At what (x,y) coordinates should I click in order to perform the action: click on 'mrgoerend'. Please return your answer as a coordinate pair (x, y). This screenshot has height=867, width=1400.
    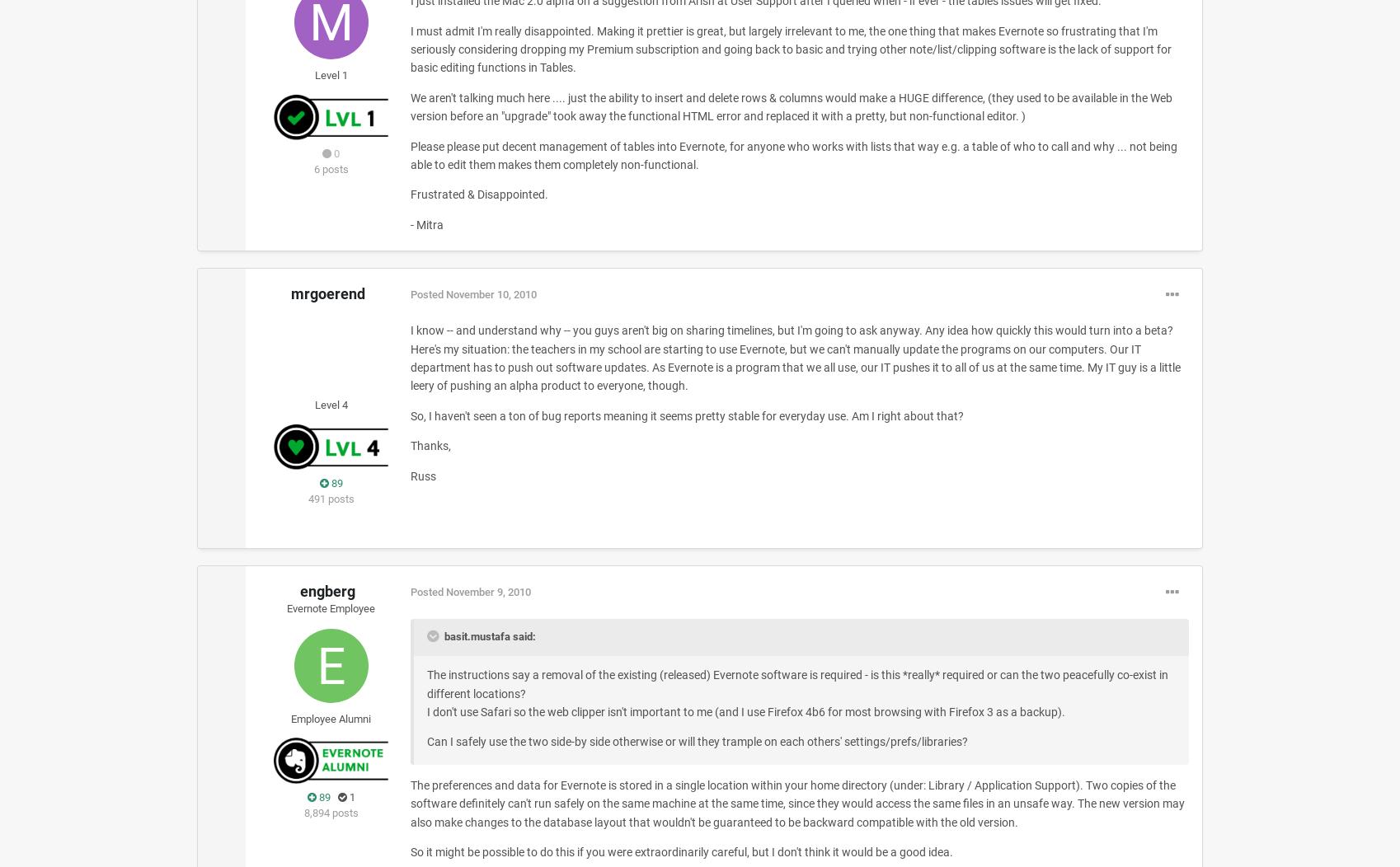
    Looking at the image, I should click on (327, 293).